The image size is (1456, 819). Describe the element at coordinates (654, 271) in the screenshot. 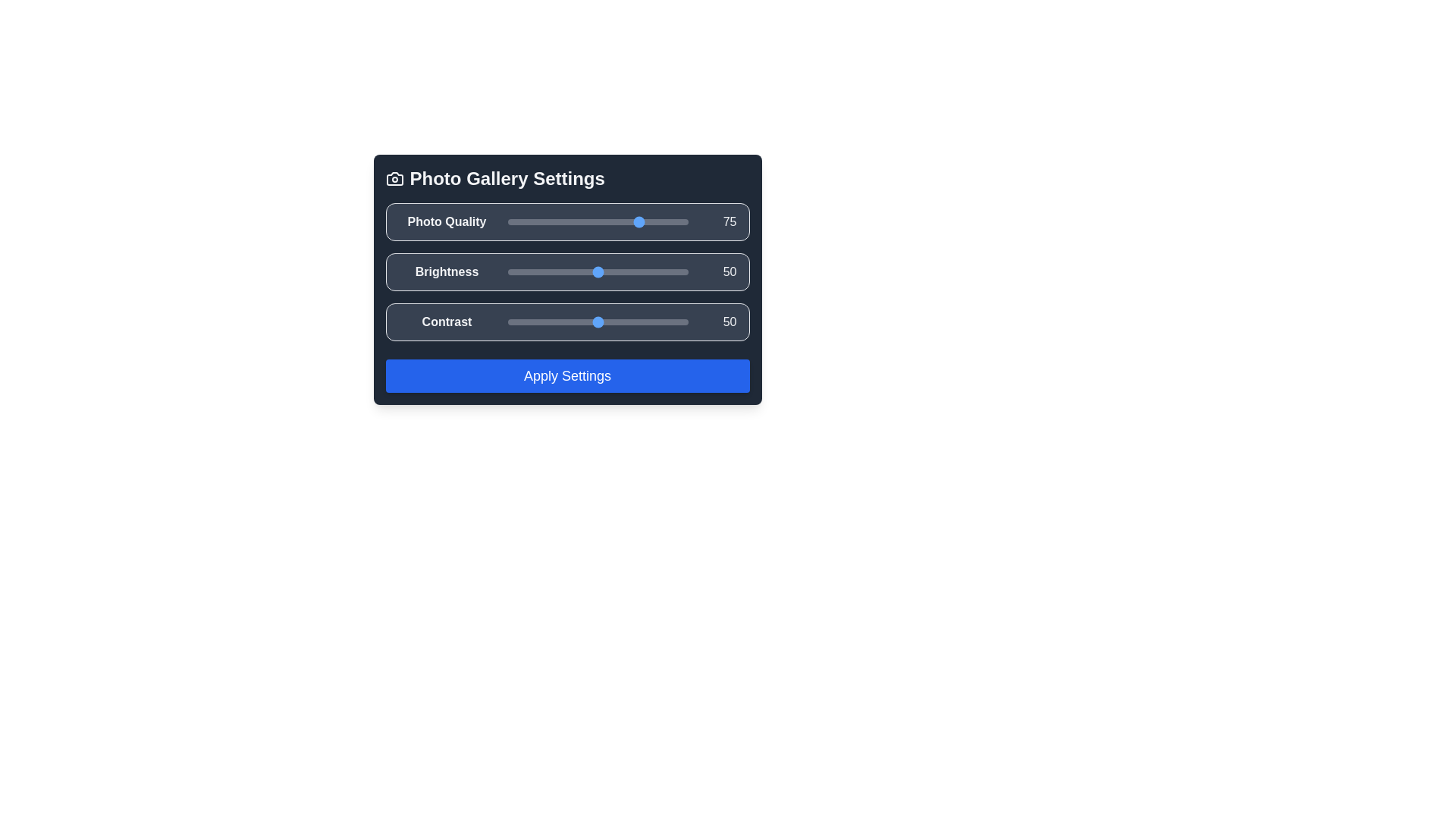

I see `the brightness` at that location.